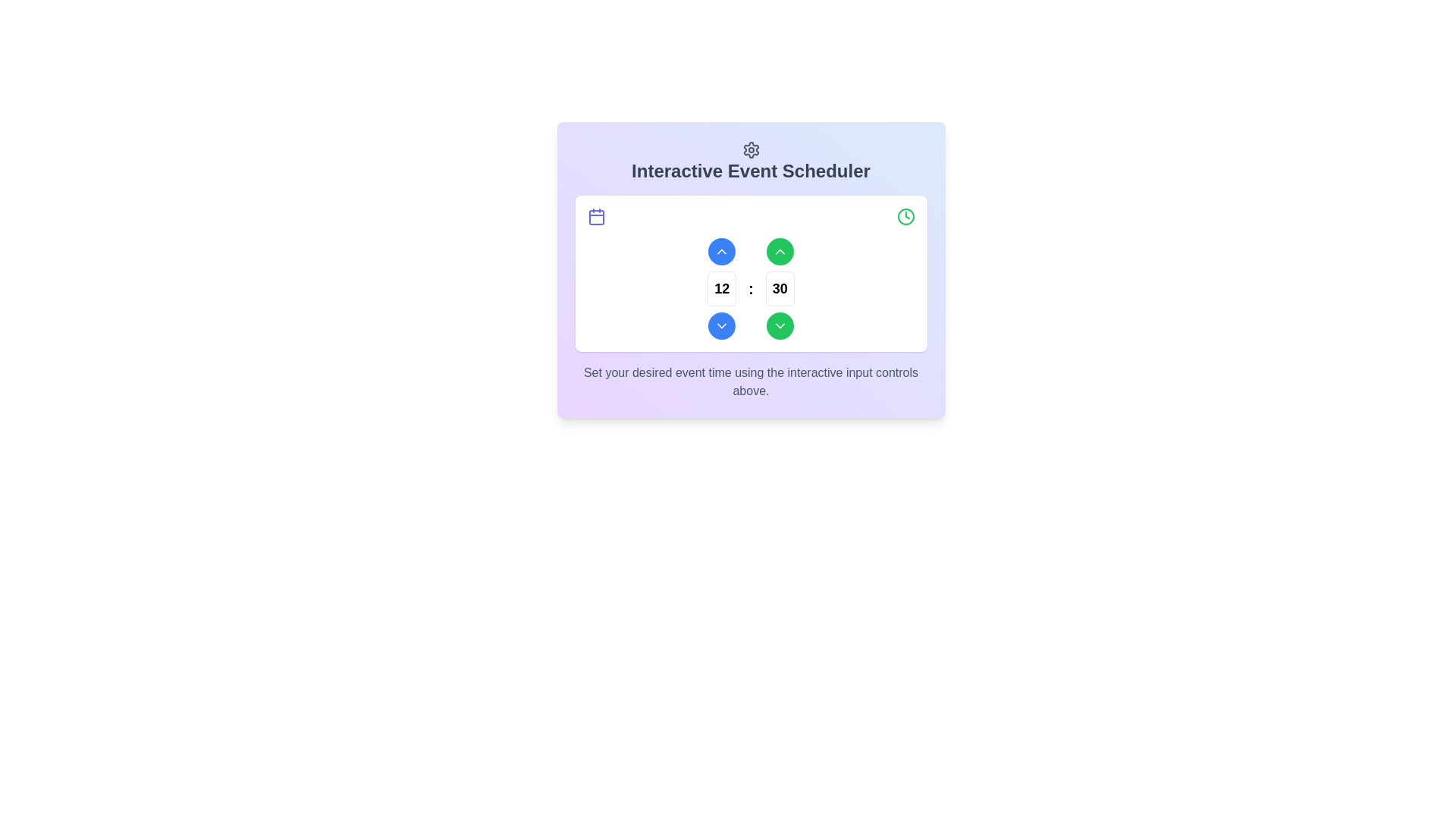 This screenshot has height=819, width=1456. I want to click on the text label displaying 'Interactive Event Scheduler', which is styled in bold gray font and is positioned prominently near the top center of the layout, below a gear icon and above the interactive scheduler input area, so click(751, 171).